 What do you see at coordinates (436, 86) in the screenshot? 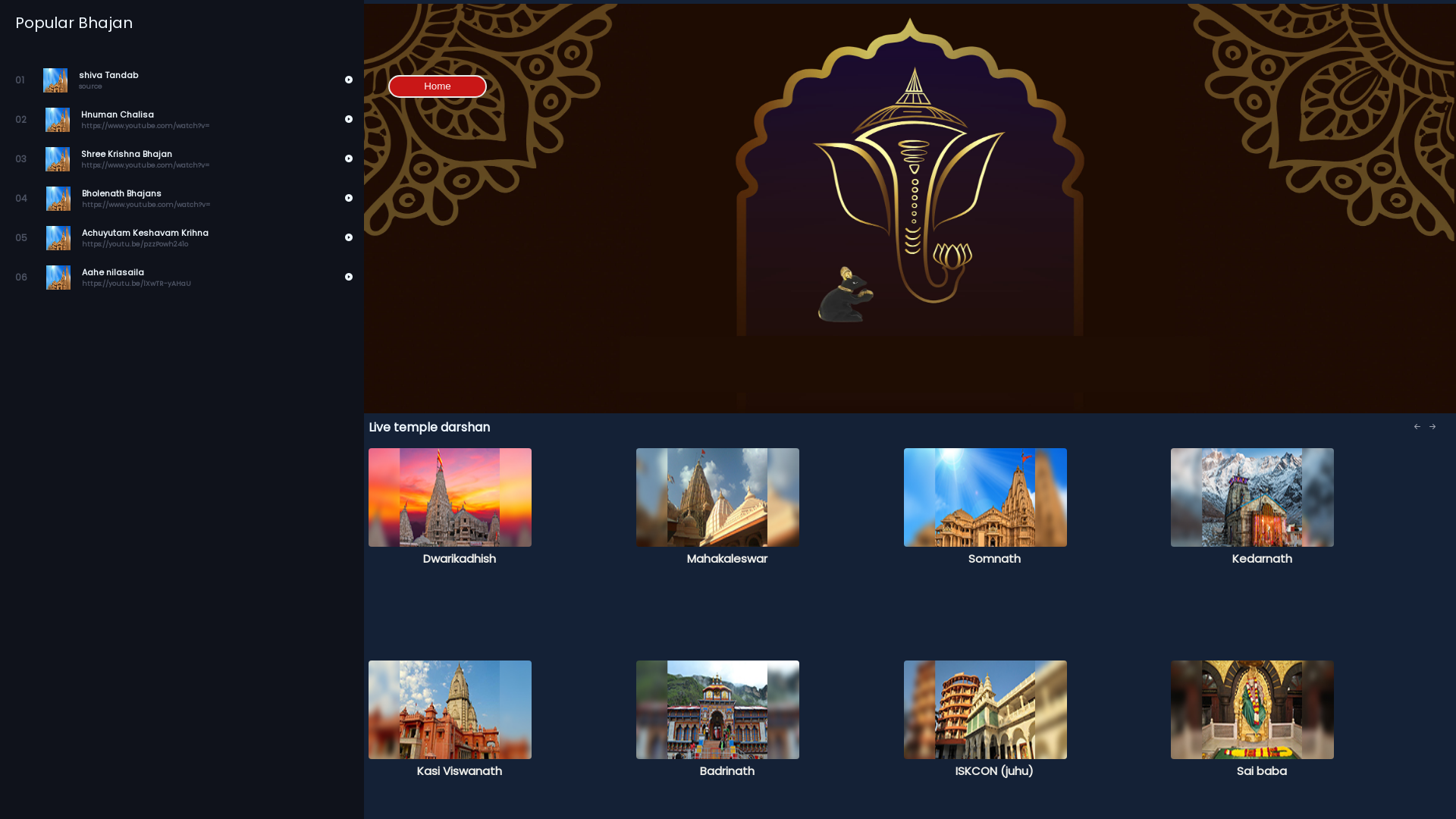
I see `'Home'` at bounding box center [436, 86].